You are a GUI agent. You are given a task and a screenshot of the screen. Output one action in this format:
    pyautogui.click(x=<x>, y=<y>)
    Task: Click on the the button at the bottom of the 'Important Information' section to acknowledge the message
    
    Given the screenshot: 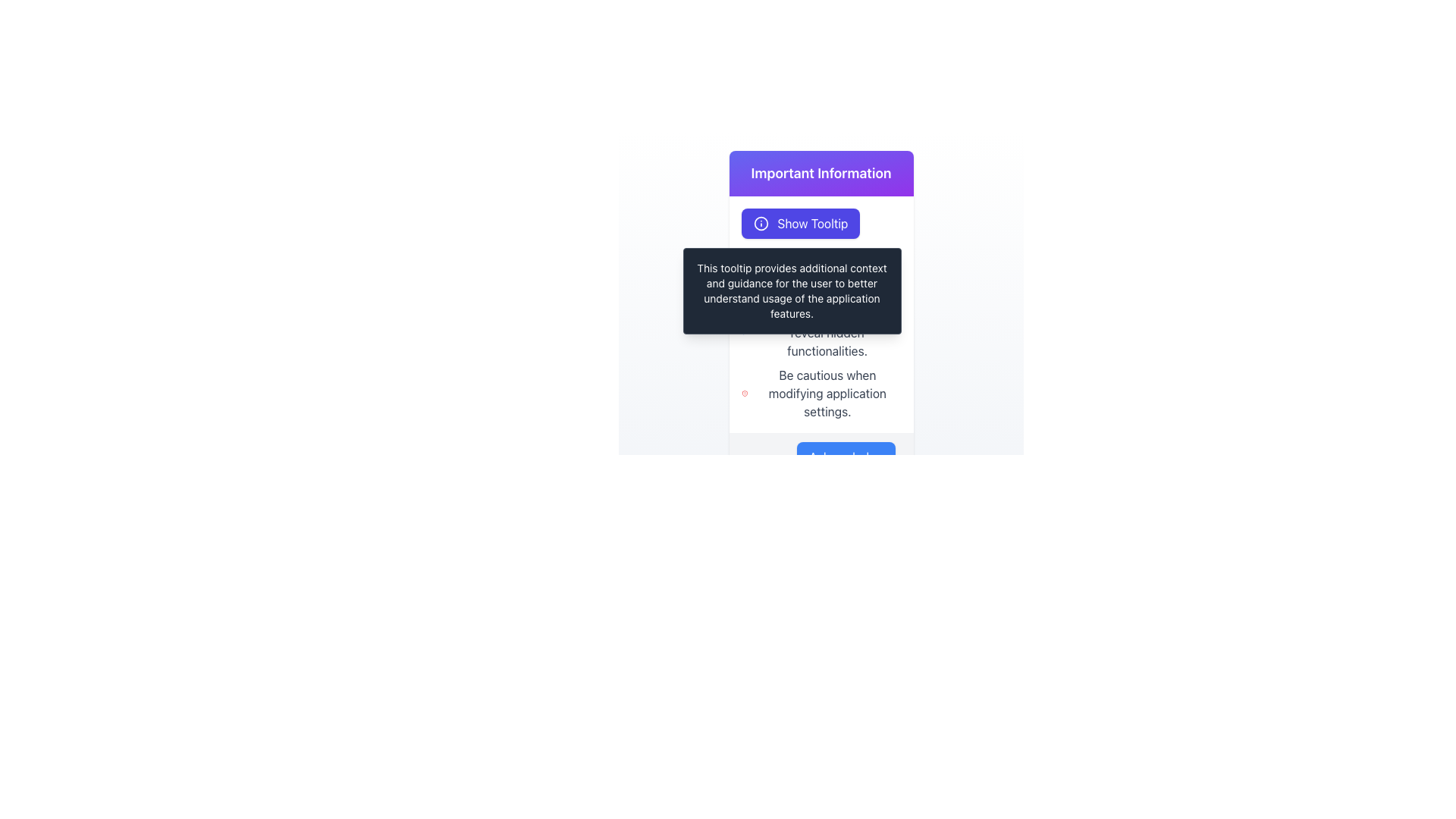 What is the action you would take?
    pyautogui.click(x=821, y=456)
    